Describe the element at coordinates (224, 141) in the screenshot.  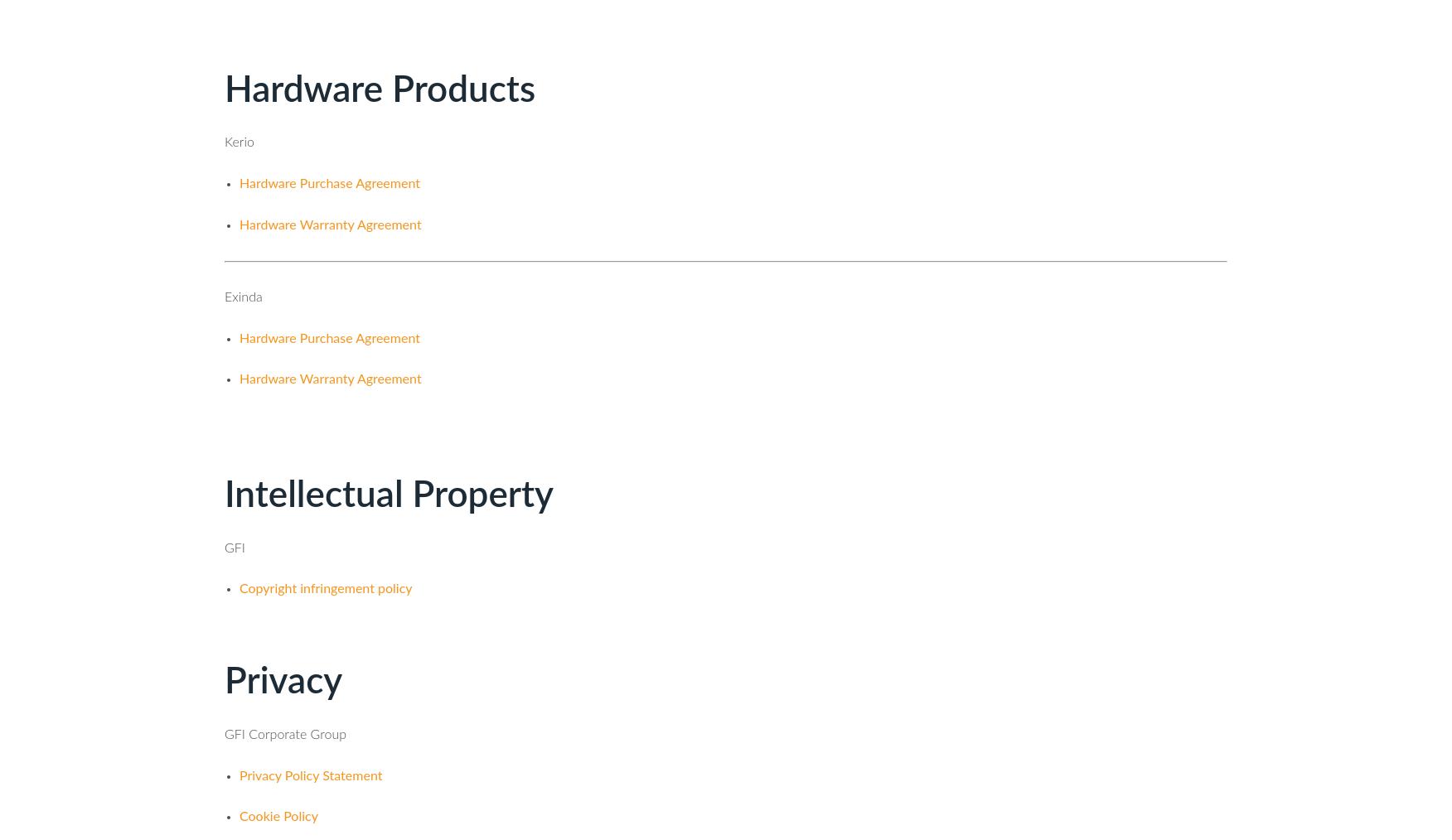
I see `'Kerio'` at that location.